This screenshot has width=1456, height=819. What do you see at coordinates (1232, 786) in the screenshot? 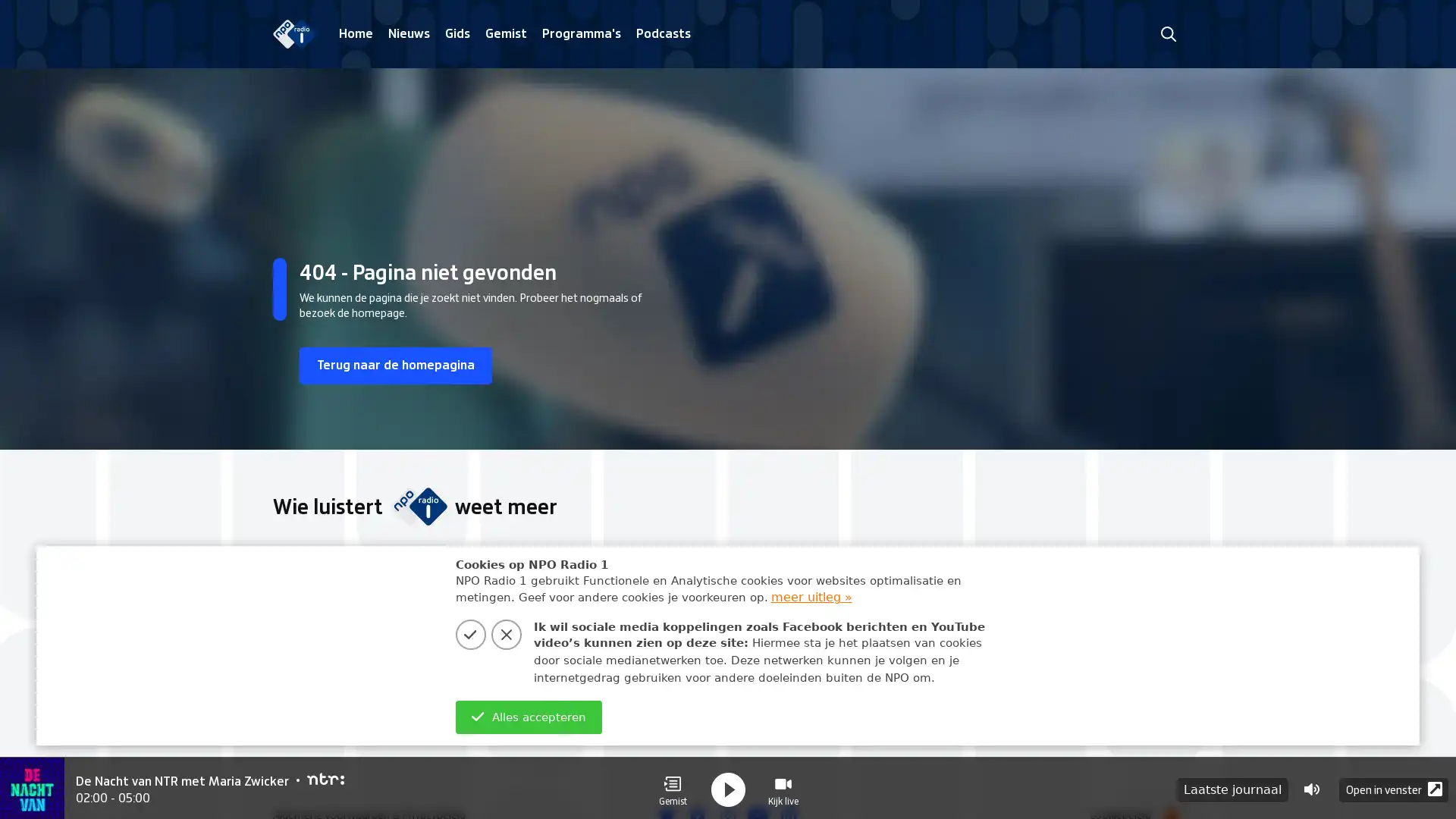
I see `Laatste journaal` at bounding box center [1232, 786].